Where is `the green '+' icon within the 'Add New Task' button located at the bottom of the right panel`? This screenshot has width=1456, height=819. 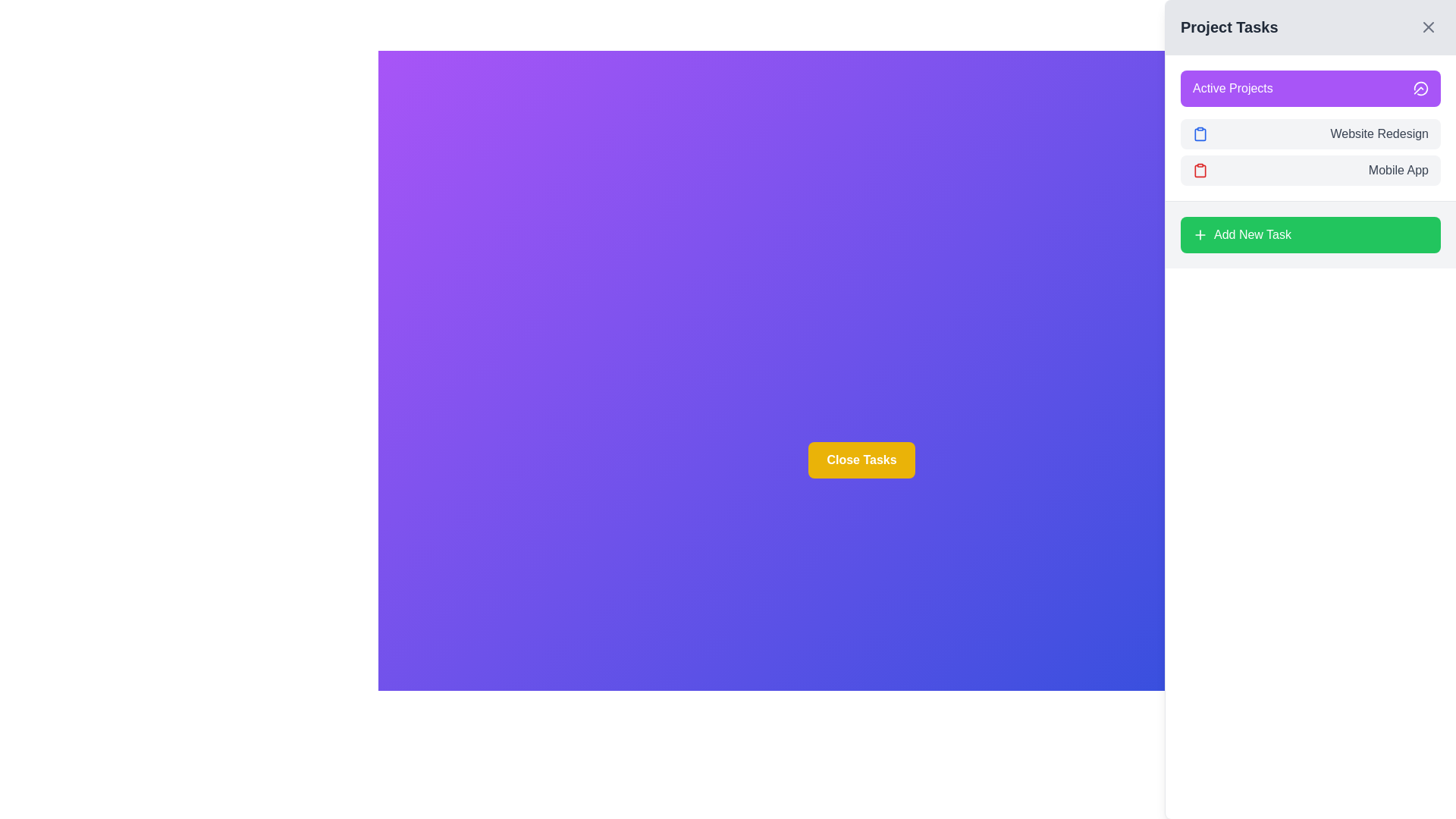
the green '+' icon within the 'Add New Task' button located at the bottom of the right panel is located at coordinates (1200, 234).